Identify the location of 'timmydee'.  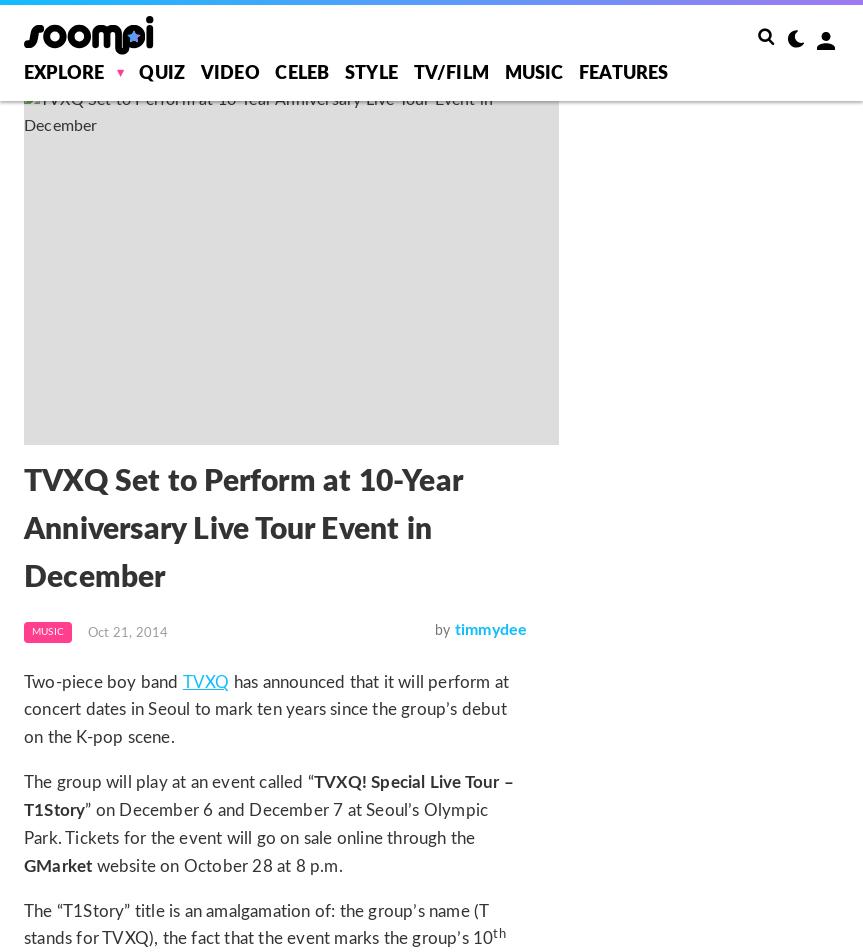
(489, 628).